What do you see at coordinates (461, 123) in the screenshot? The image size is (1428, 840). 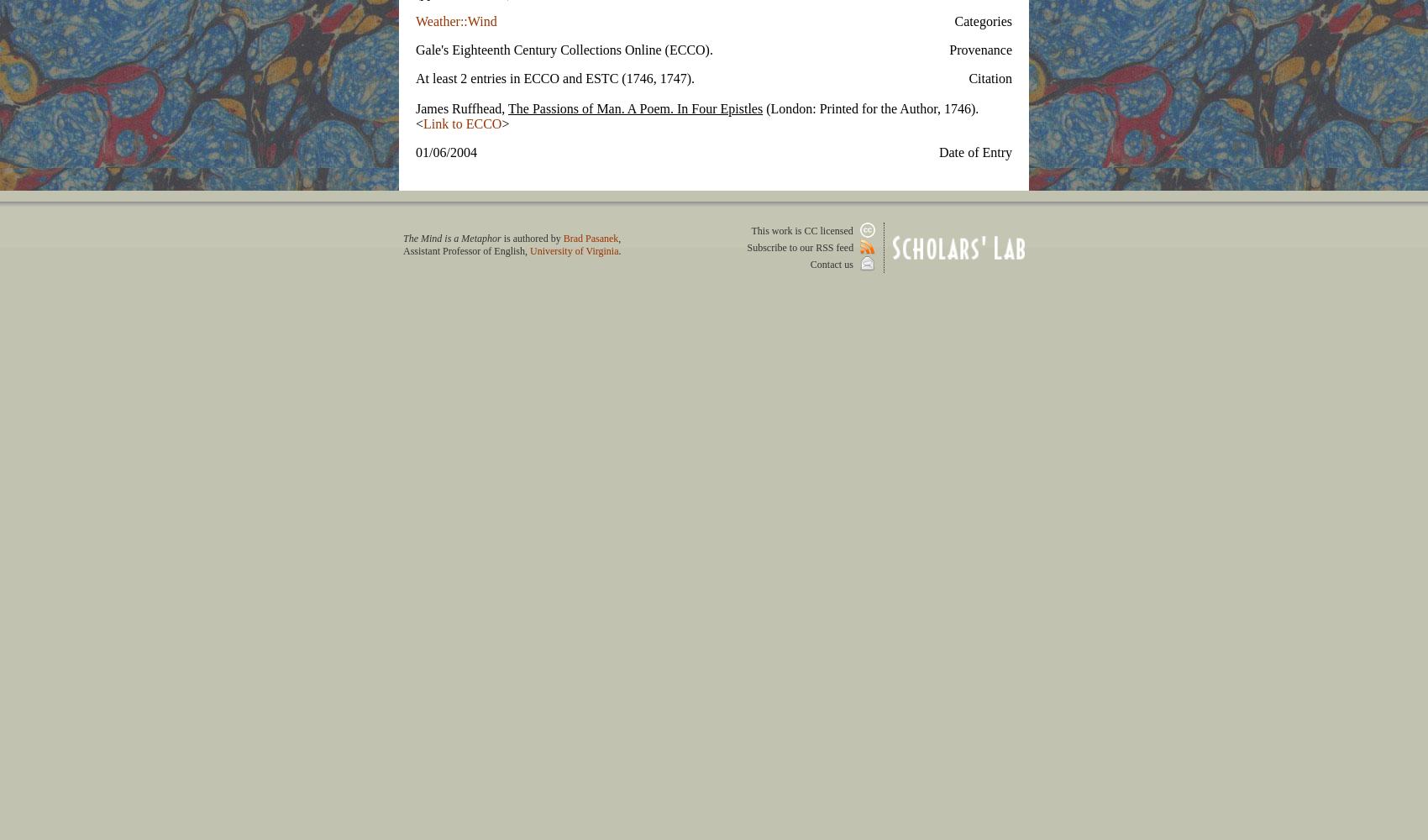 I see `'Link to ECCO'` at bounding box center [461, 123].